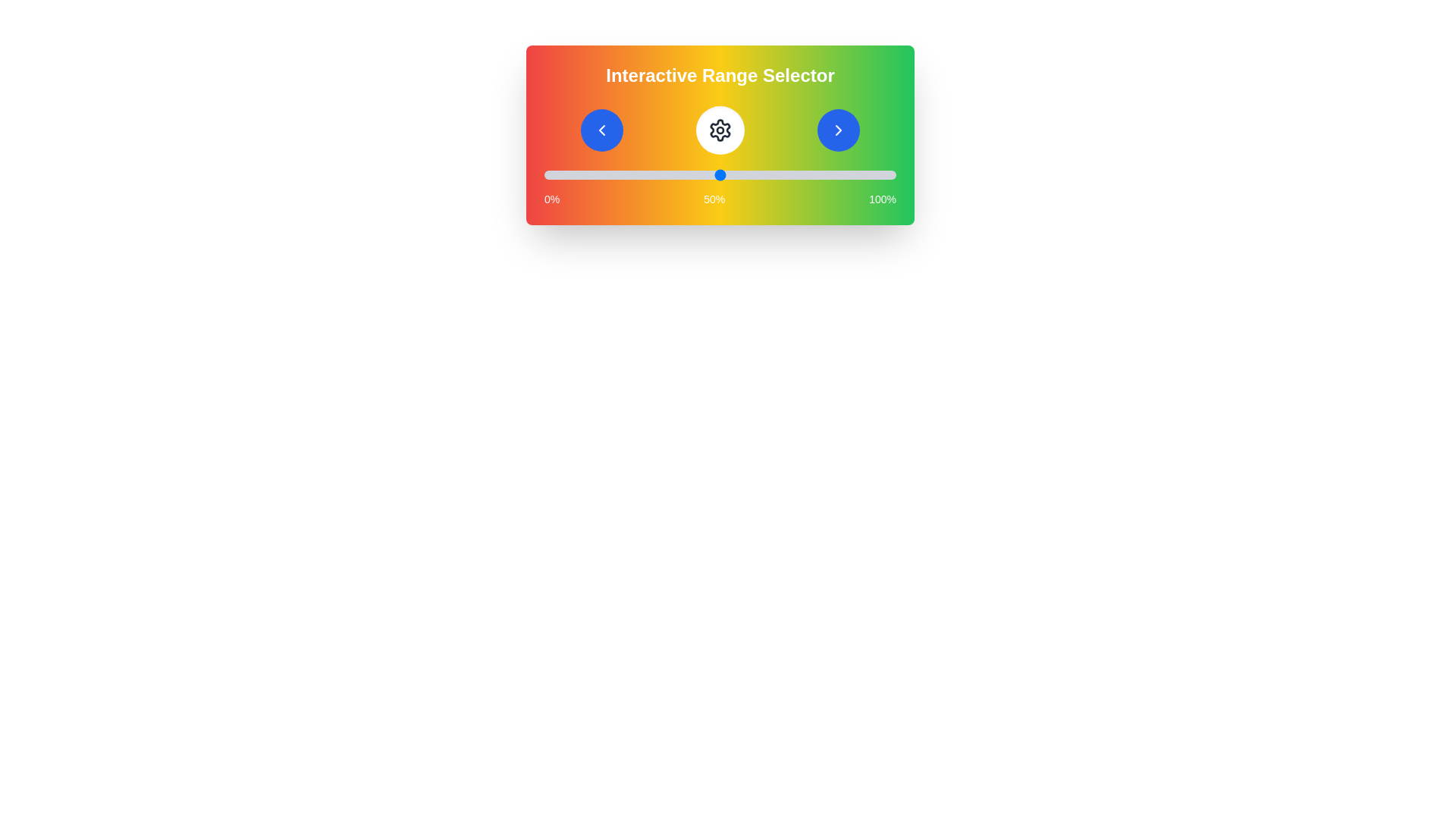 The width and height of the screenshot is (1456, 819). Describe the element at coordinates (759, 174) in the screenshot. I see `the slider to set the value to 61%` at that location.